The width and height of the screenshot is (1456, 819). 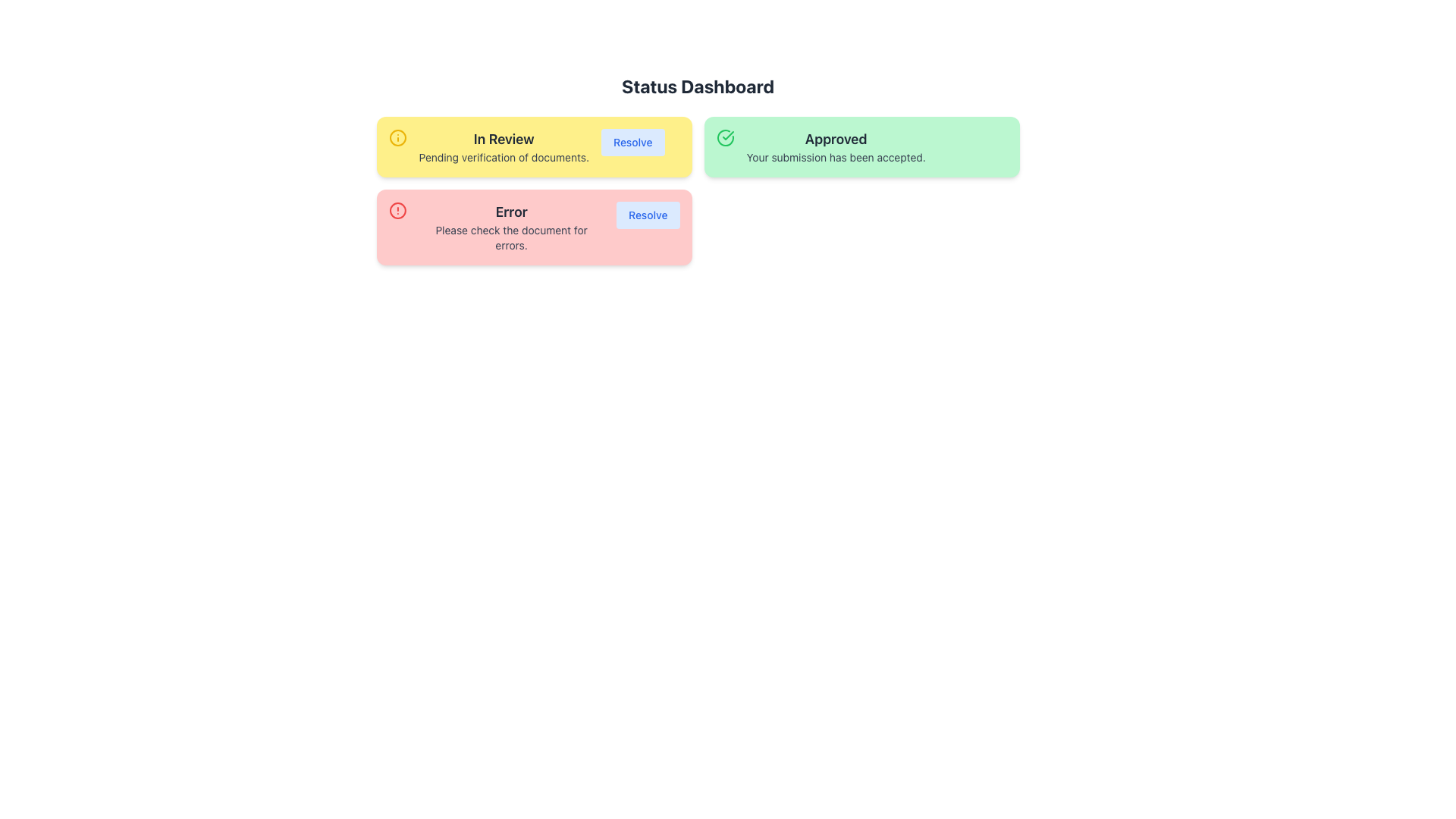 What do you see at coordinates (504, 146) in the screenshot?
I see `the Text Label that displays the status 'In Review' with additional information 'Pending verification of documents', located within a yellow box, to the left of the 'Resolve' button` at bounding box center [504, 146].